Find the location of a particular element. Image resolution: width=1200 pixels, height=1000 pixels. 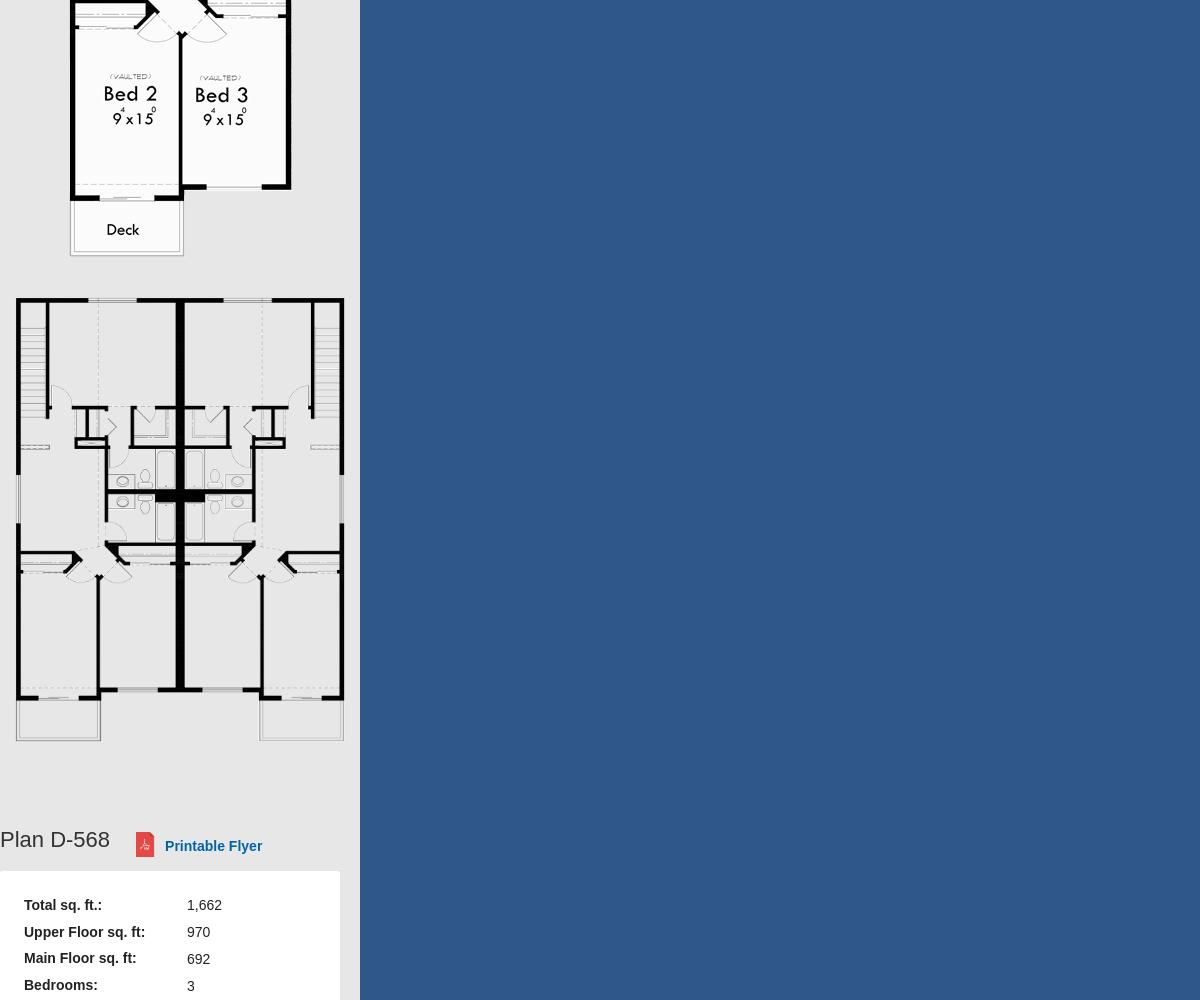

'Bedrooms:' is located at coordinates (60, 984).